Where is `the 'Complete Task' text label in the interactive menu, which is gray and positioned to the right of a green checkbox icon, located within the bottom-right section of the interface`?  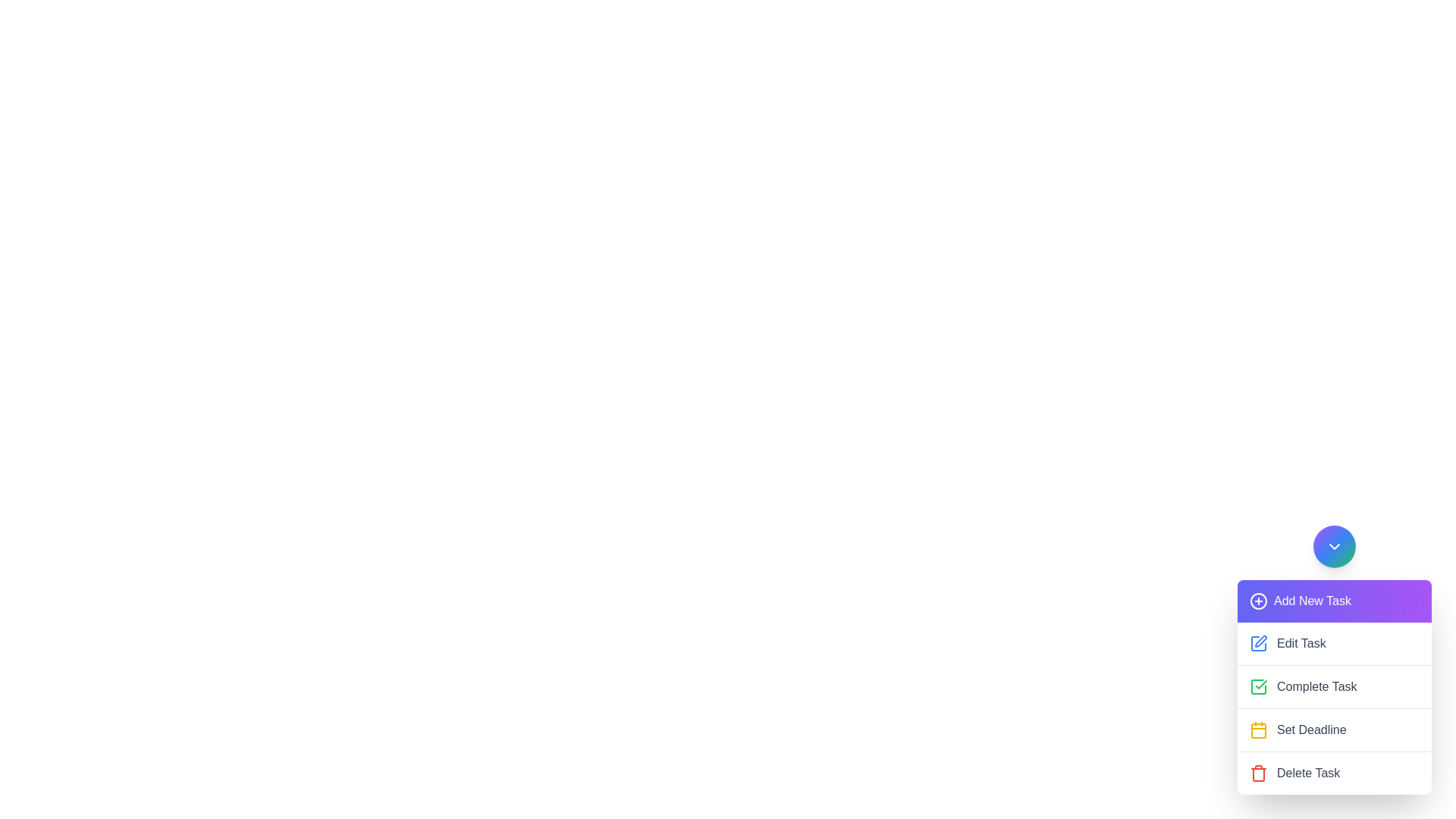 the 'Complete Task' text label in the interactive menu, which is gray and positioned to the right of a green checkbox icon, located within the bottom-right section of the interface is located at coordinates (1316, 687).